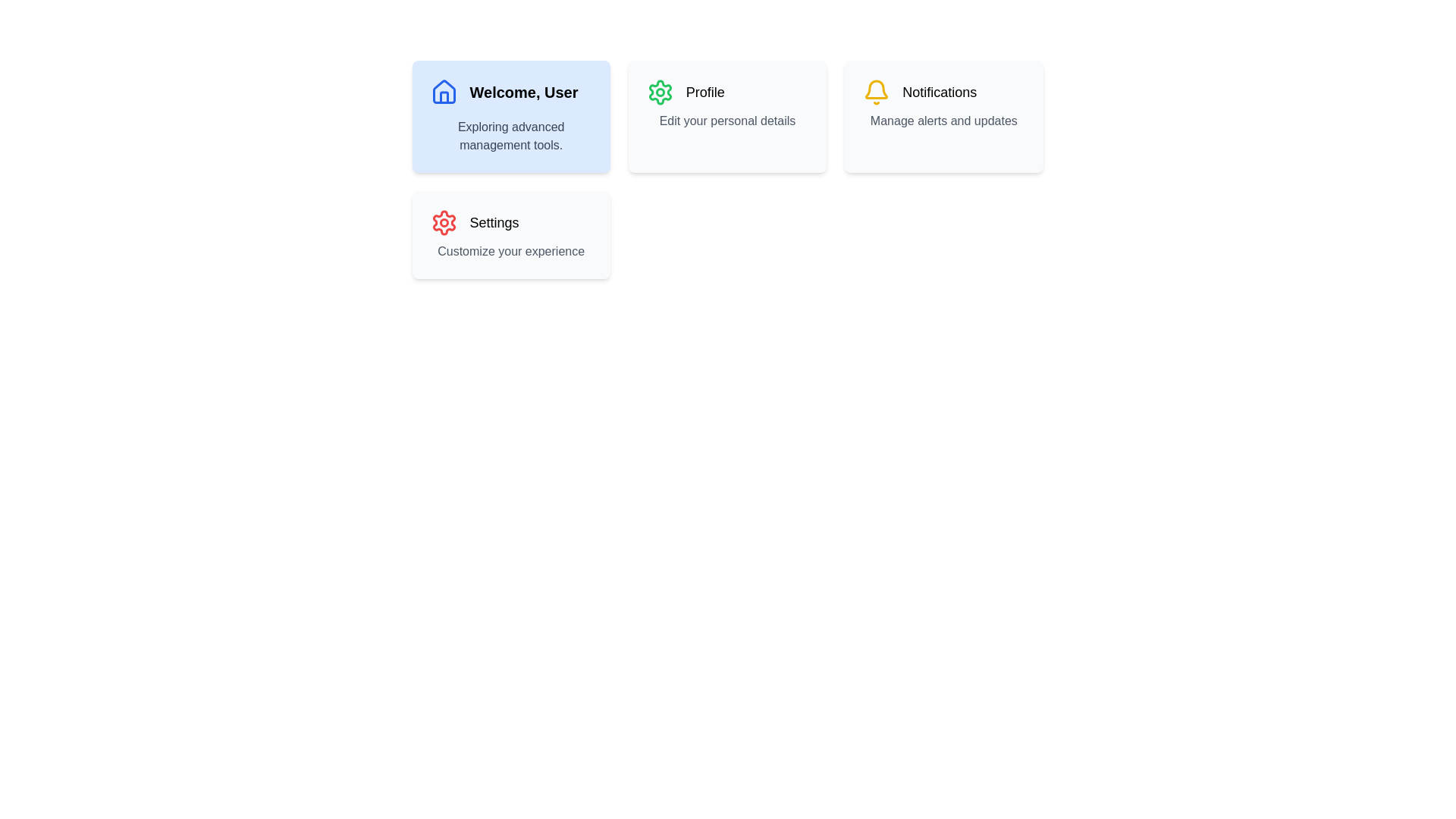  What do you see at coordinates (943, 93) in the screenshot?
I see `the 'Notifications' identifier element, which is a combination of a label and an icon located at the top center of the 'Notifications' card, to interact with adjacent elements` at bounding box center [943, 93].